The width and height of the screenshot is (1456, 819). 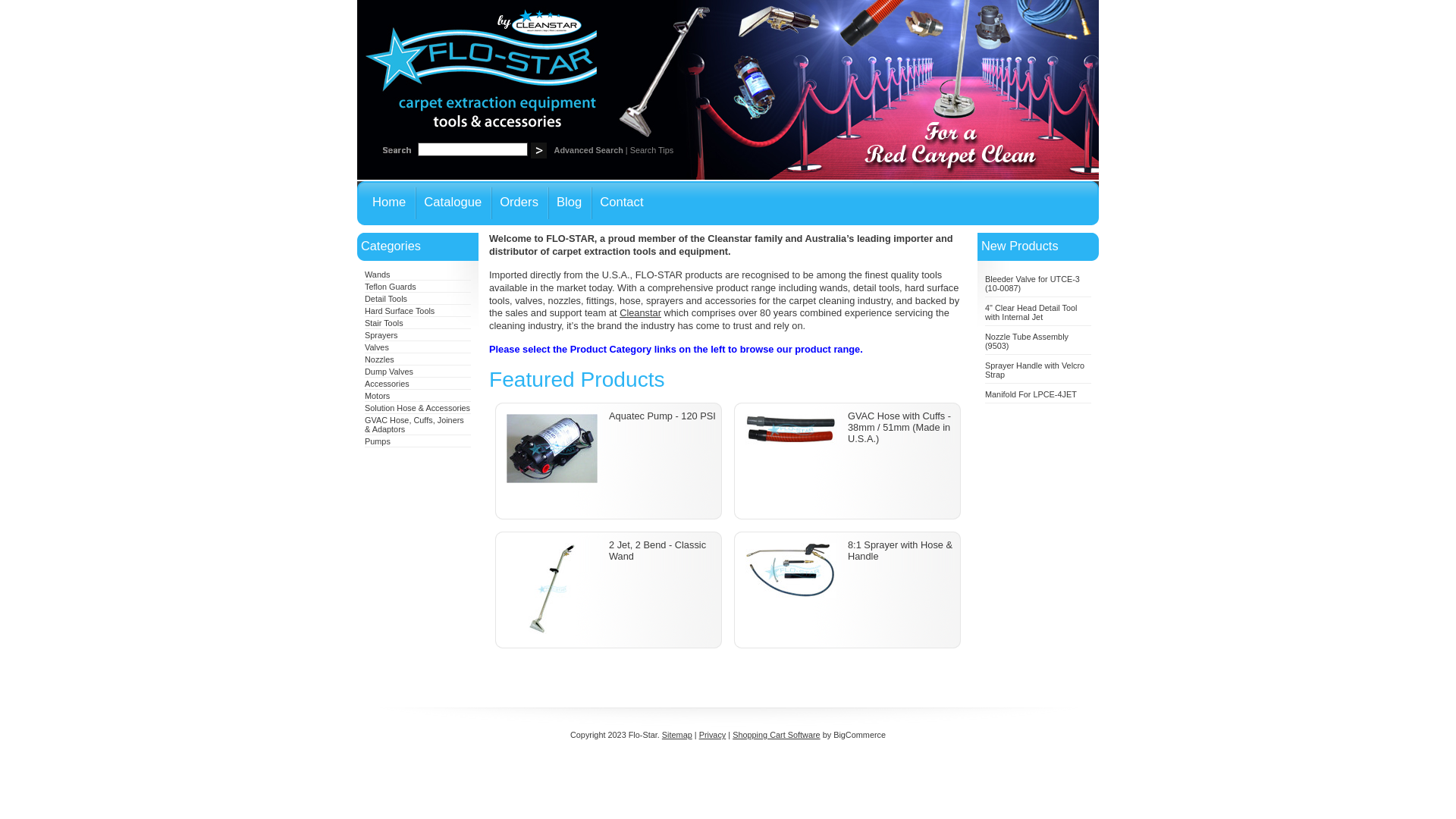 What do you see at coordinates (417, 406) in the screenshot?
I see `'Solution Hose & Accessories'` at bounding box center [417, 406].